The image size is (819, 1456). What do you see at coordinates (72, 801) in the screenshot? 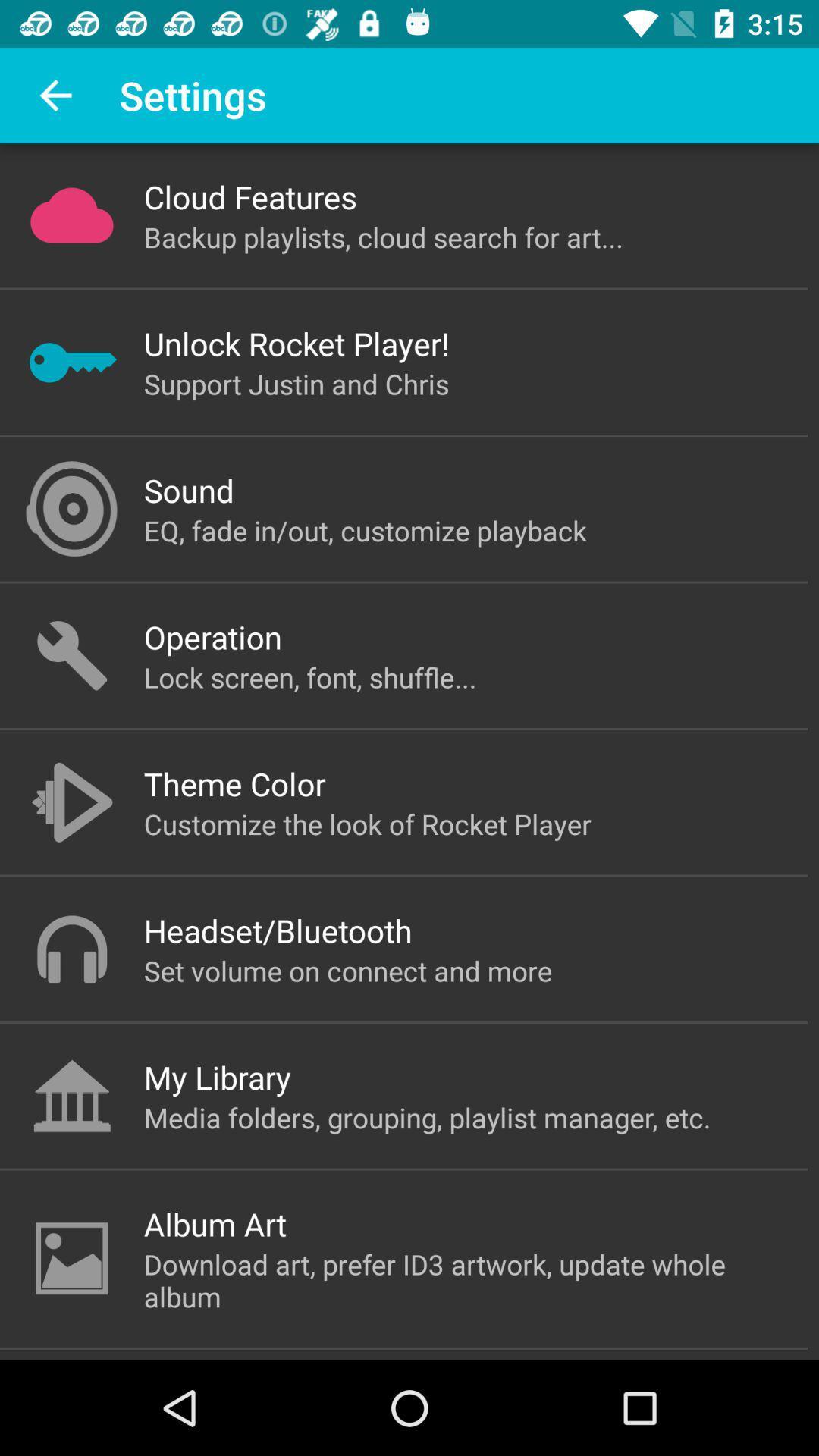
I see `the icon beside theme color` at bounding box center [72, 801].